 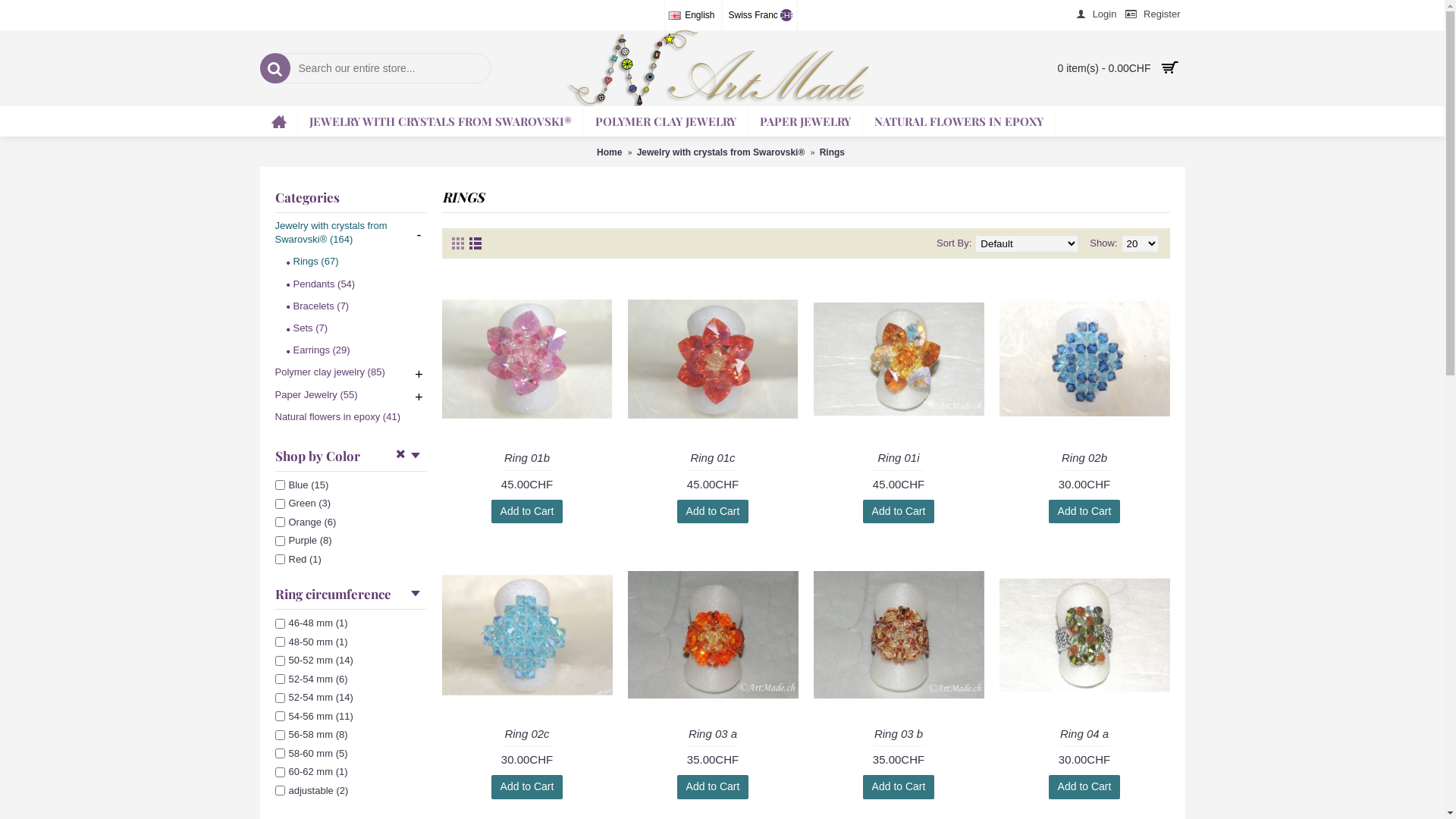 I want to click on 'English', so click(x=692, y=14).